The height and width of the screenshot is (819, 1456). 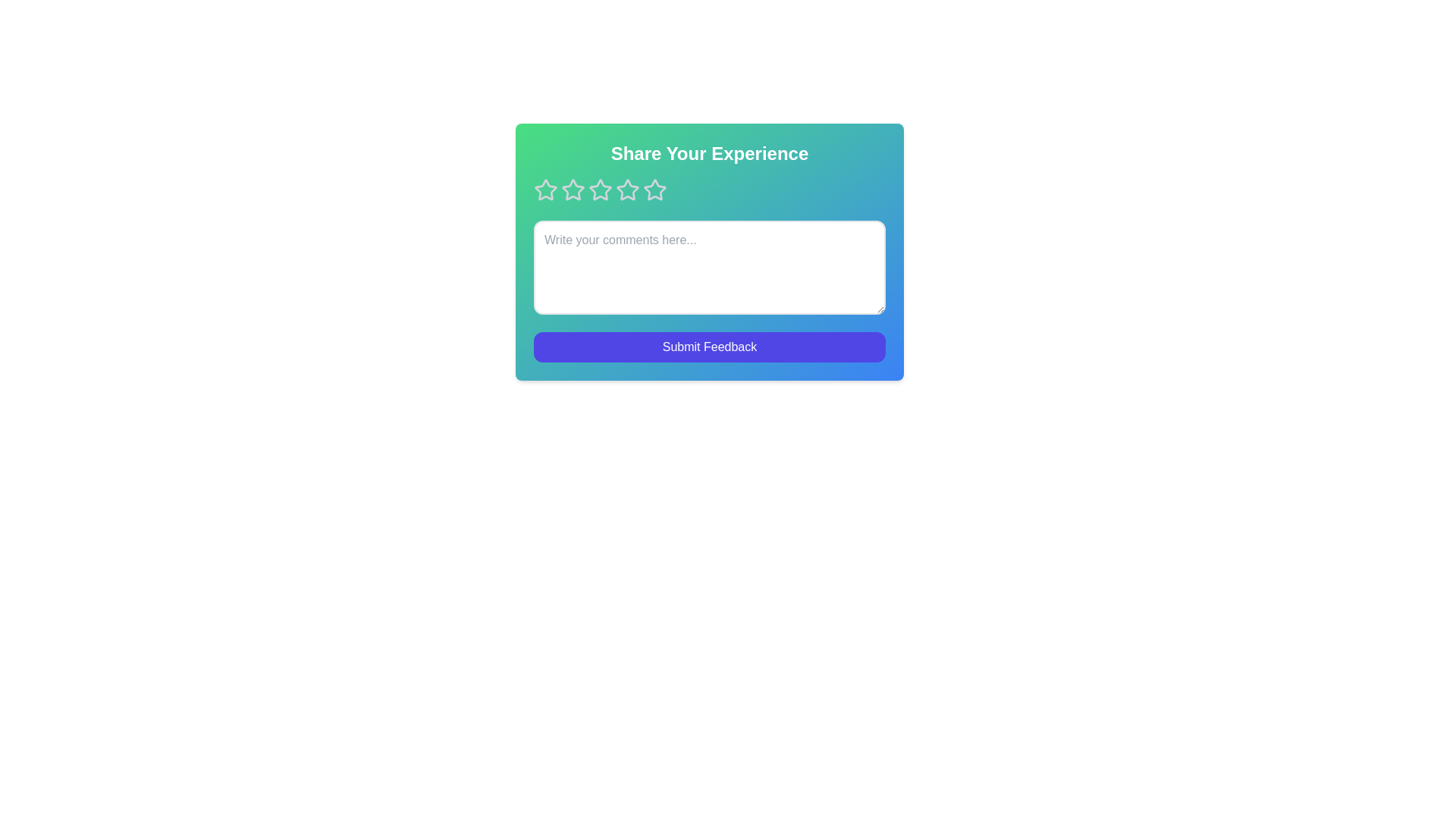 What do you see at coordinates (600, 189) in the screenshot?
I see `the rating to 3 stars by clicking on the corresponding star` at bounding box center [600, 189].